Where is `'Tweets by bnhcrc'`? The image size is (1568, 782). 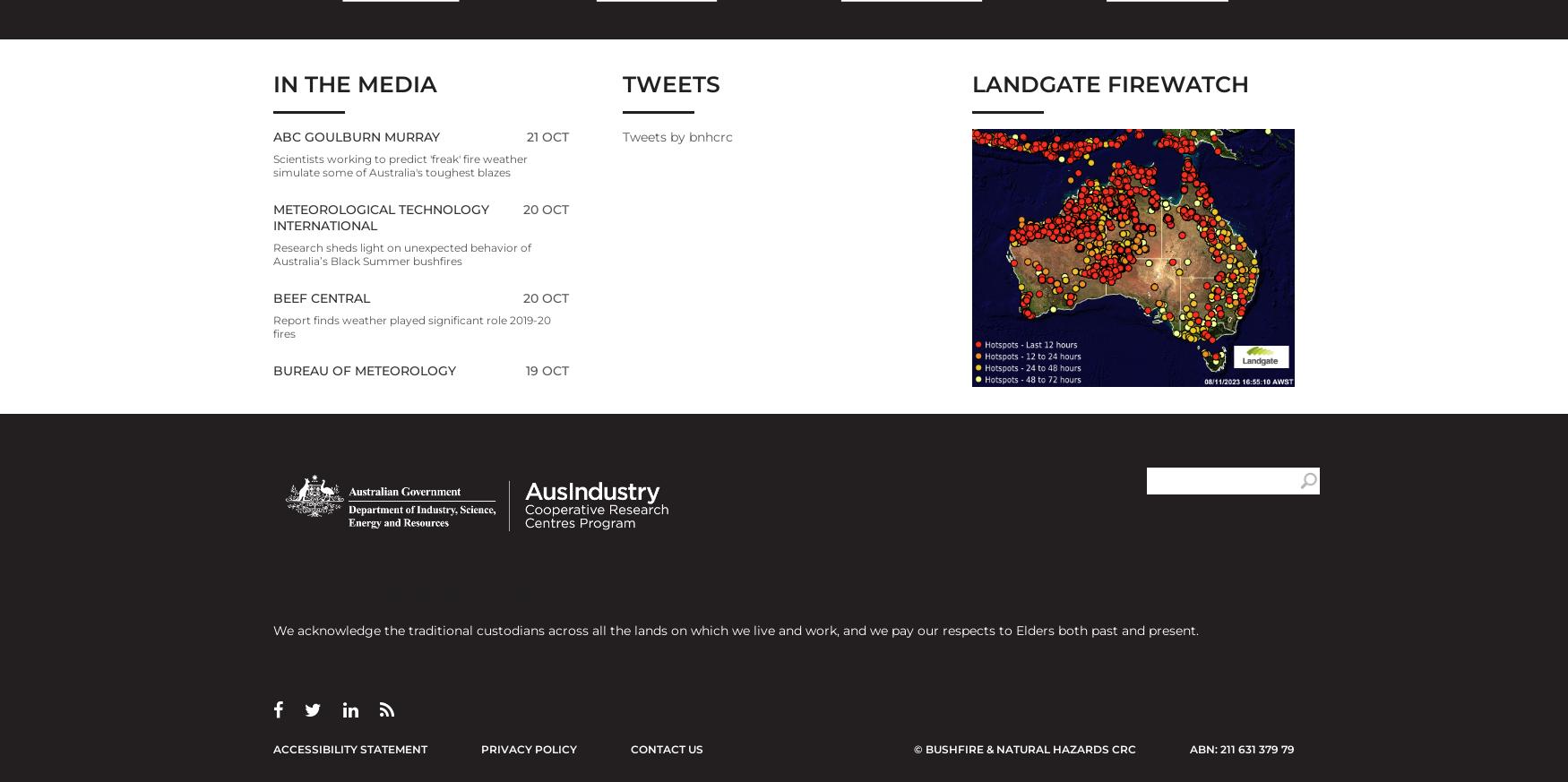
'Tweets by bnhcrc' is located at coordinates (676, 135).